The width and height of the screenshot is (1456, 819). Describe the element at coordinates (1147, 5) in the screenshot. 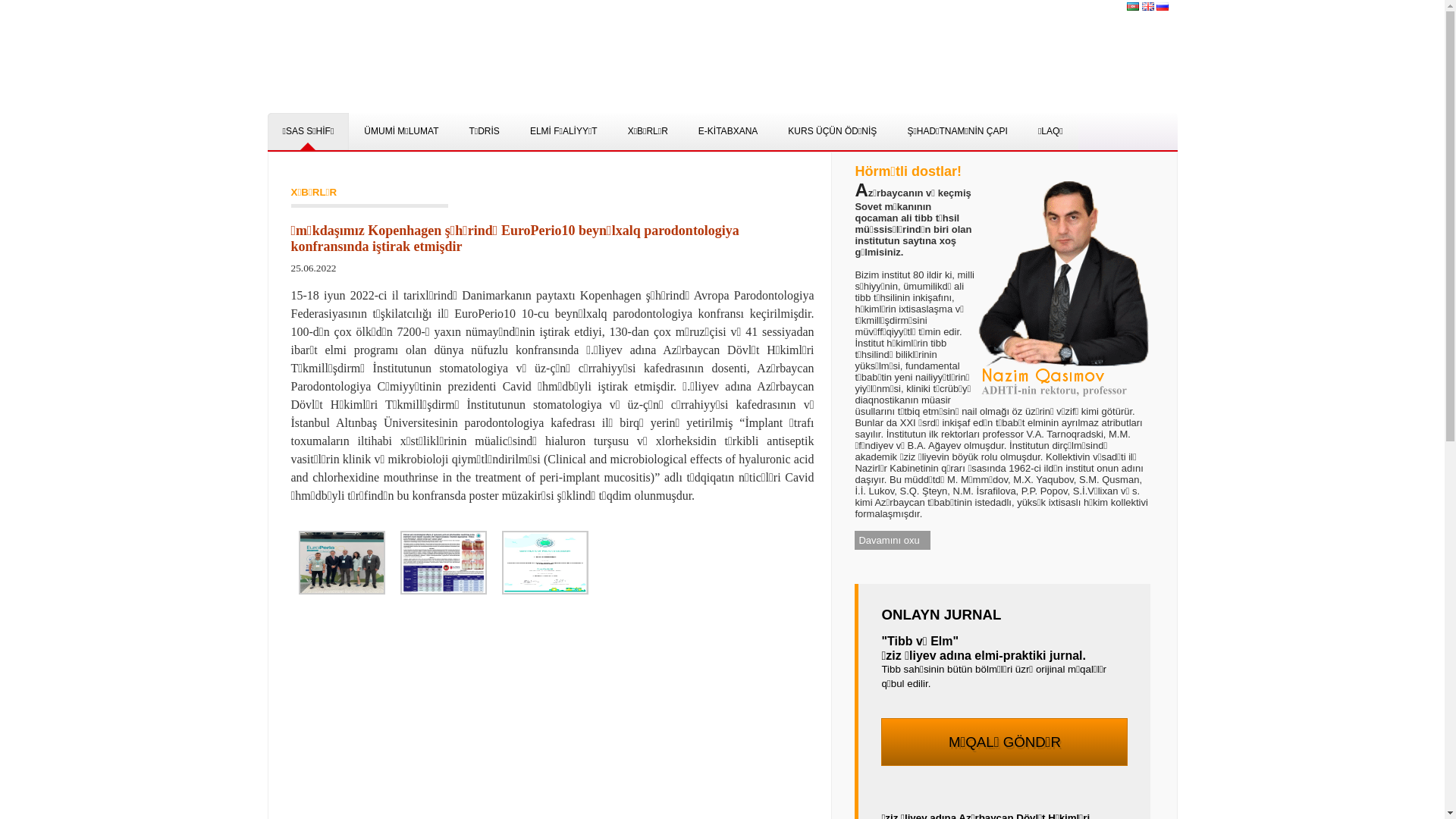

I see `'English version'` at that location.